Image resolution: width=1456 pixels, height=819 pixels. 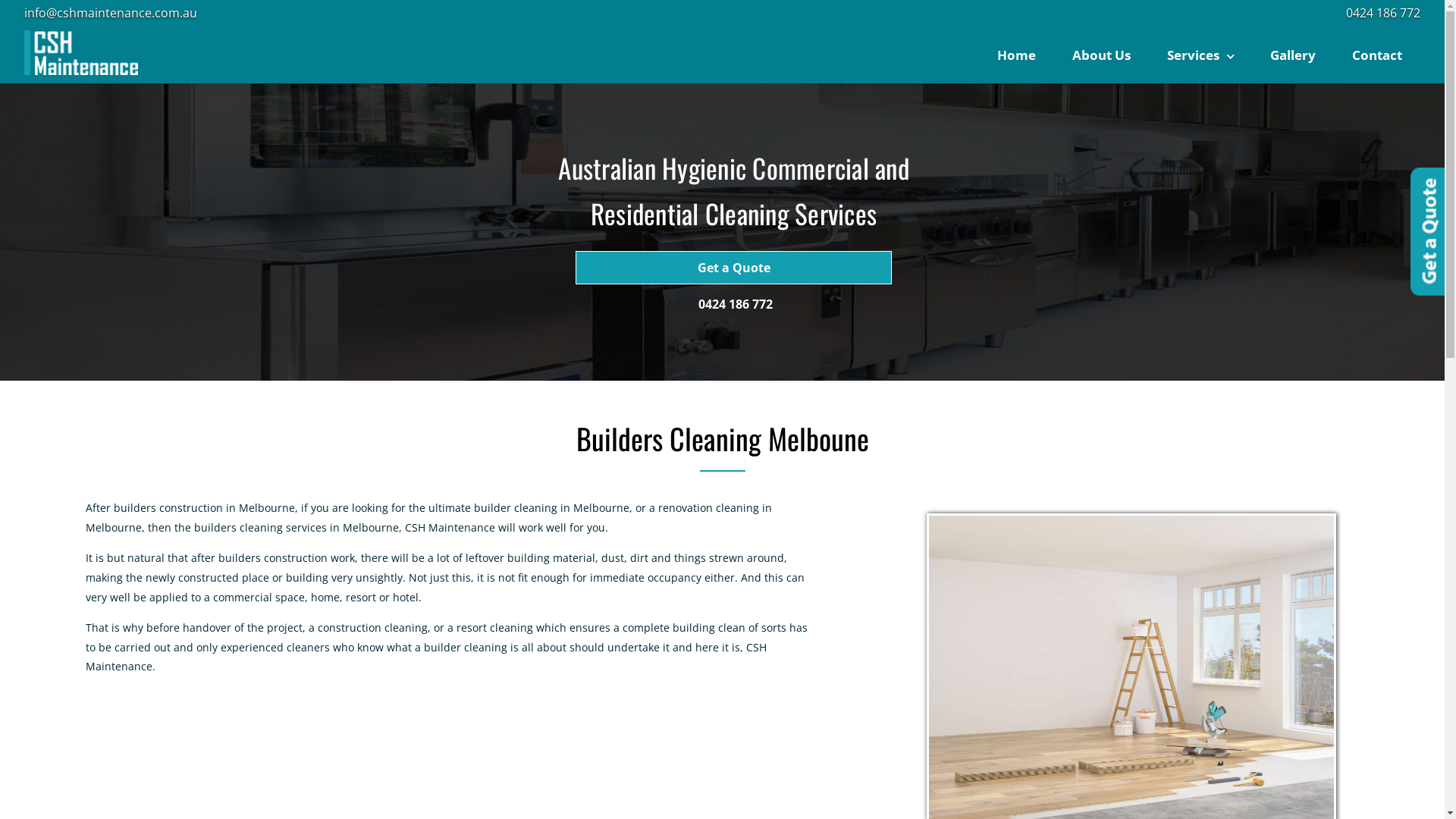 I want to click on 'Services', so click(x=1149, y=54).